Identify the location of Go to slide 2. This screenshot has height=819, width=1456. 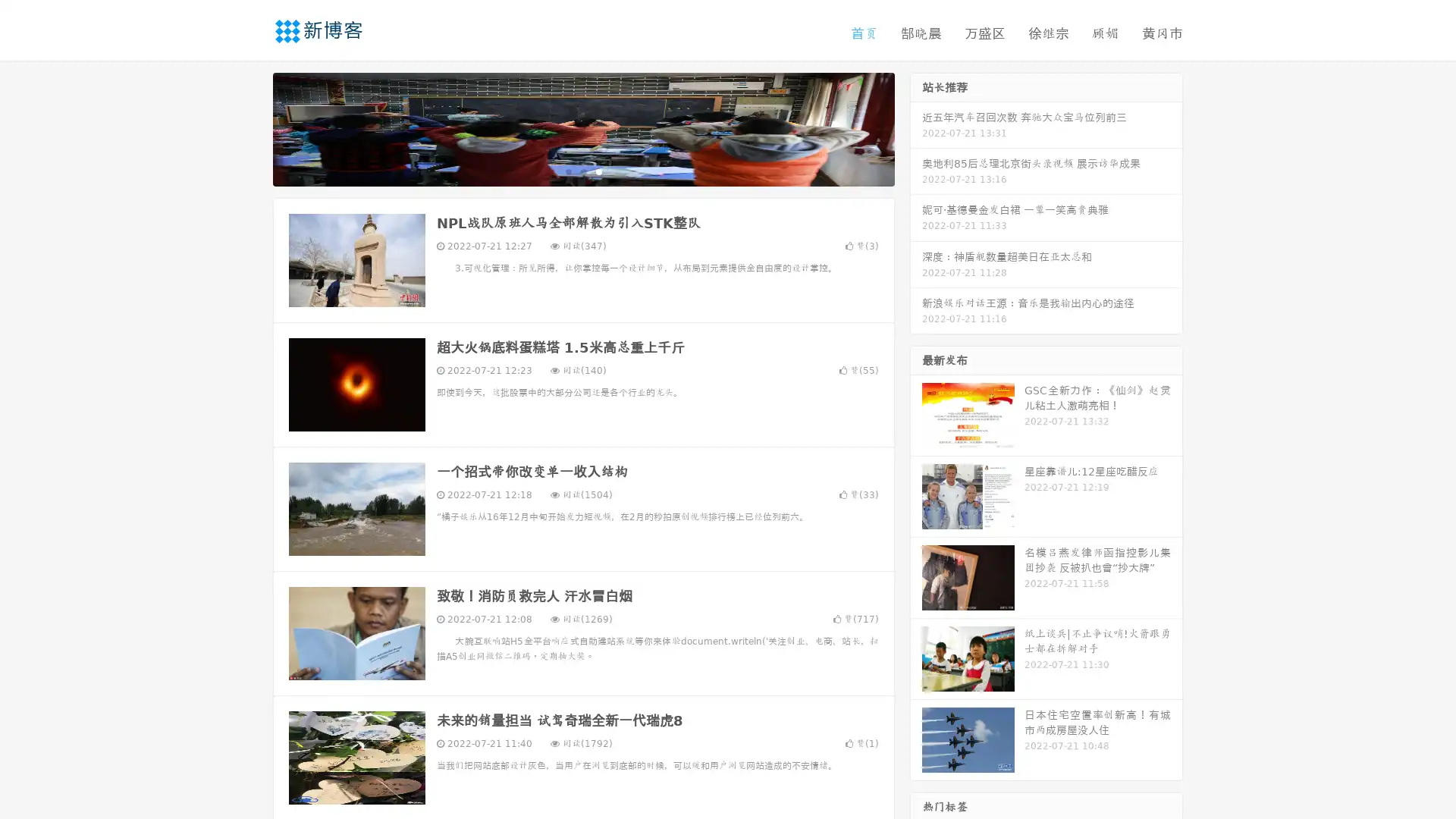
(582, 171).